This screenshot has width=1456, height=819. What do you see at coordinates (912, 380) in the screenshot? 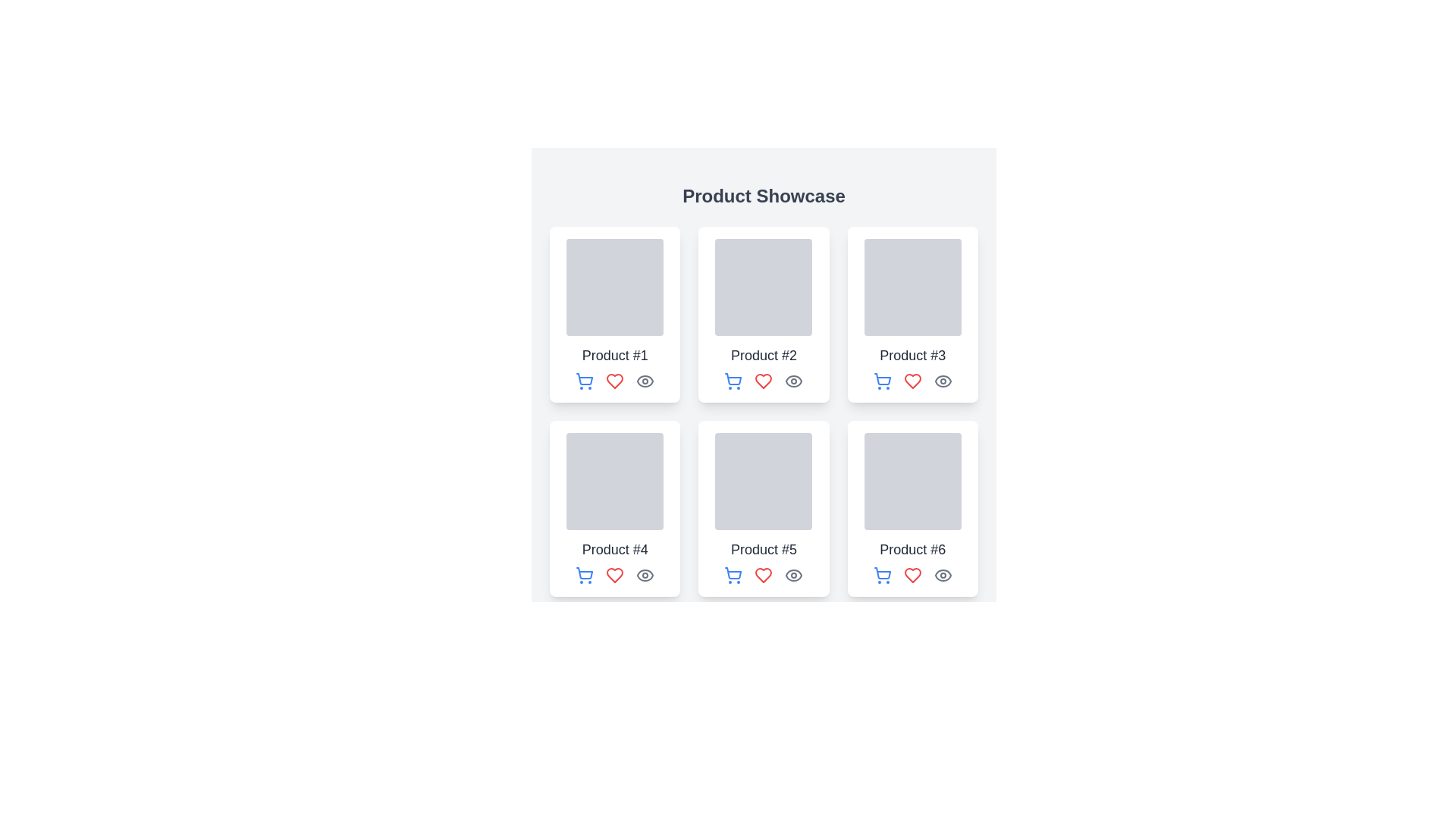
I see `any individual icon in the interactive icon row located below the label 'Product #3' in the card layout` at bounding box center [912, 380].